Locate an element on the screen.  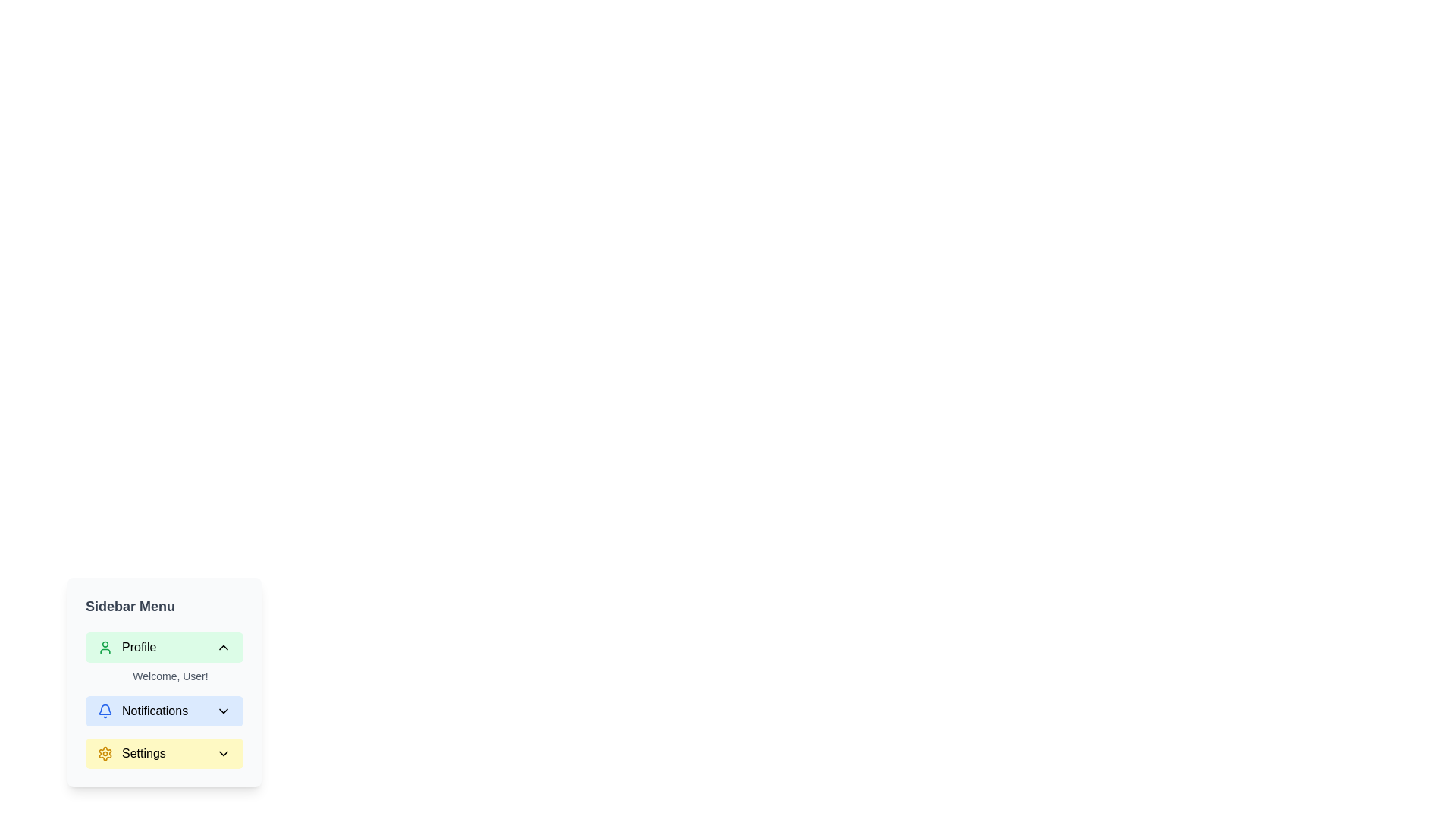
the blue cloud-like curved shape that is part of the bell icon within the 'Notifications' menu in the left sidebar is located at coordinates (105, 709).